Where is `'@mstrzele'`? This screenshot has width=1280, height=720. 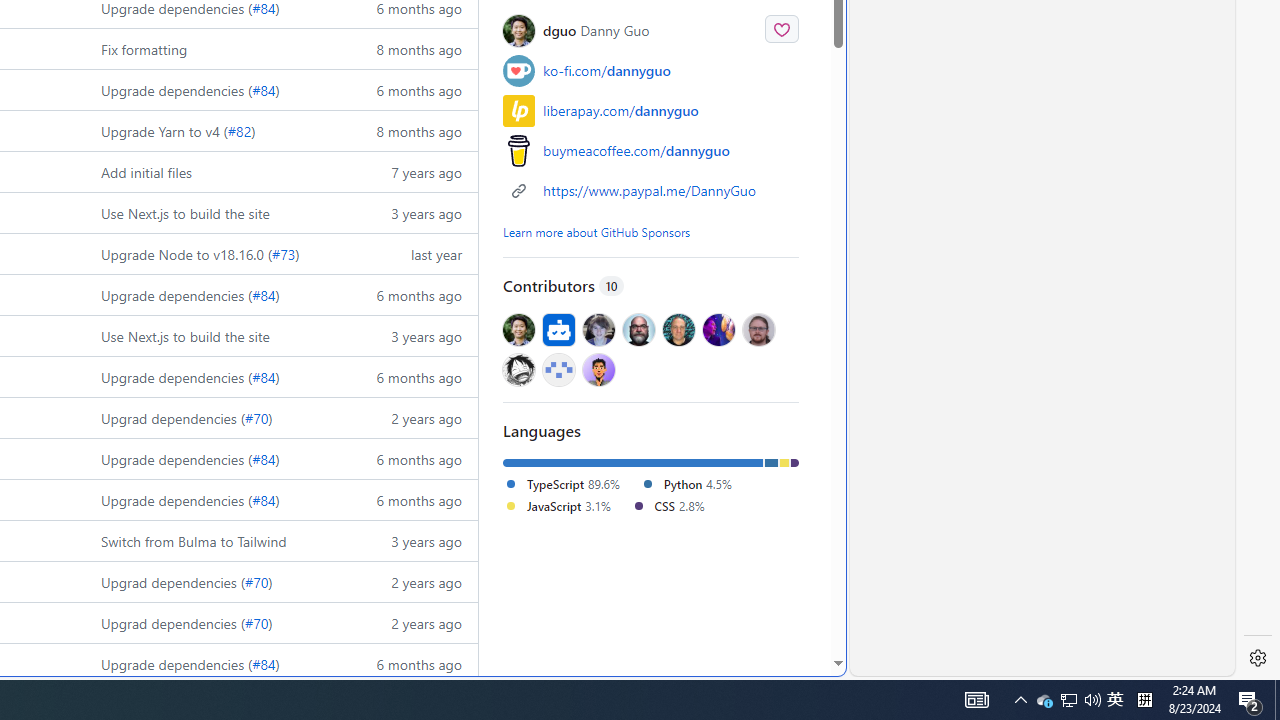
'@mstrzele' is located at coordinates (558, 369).